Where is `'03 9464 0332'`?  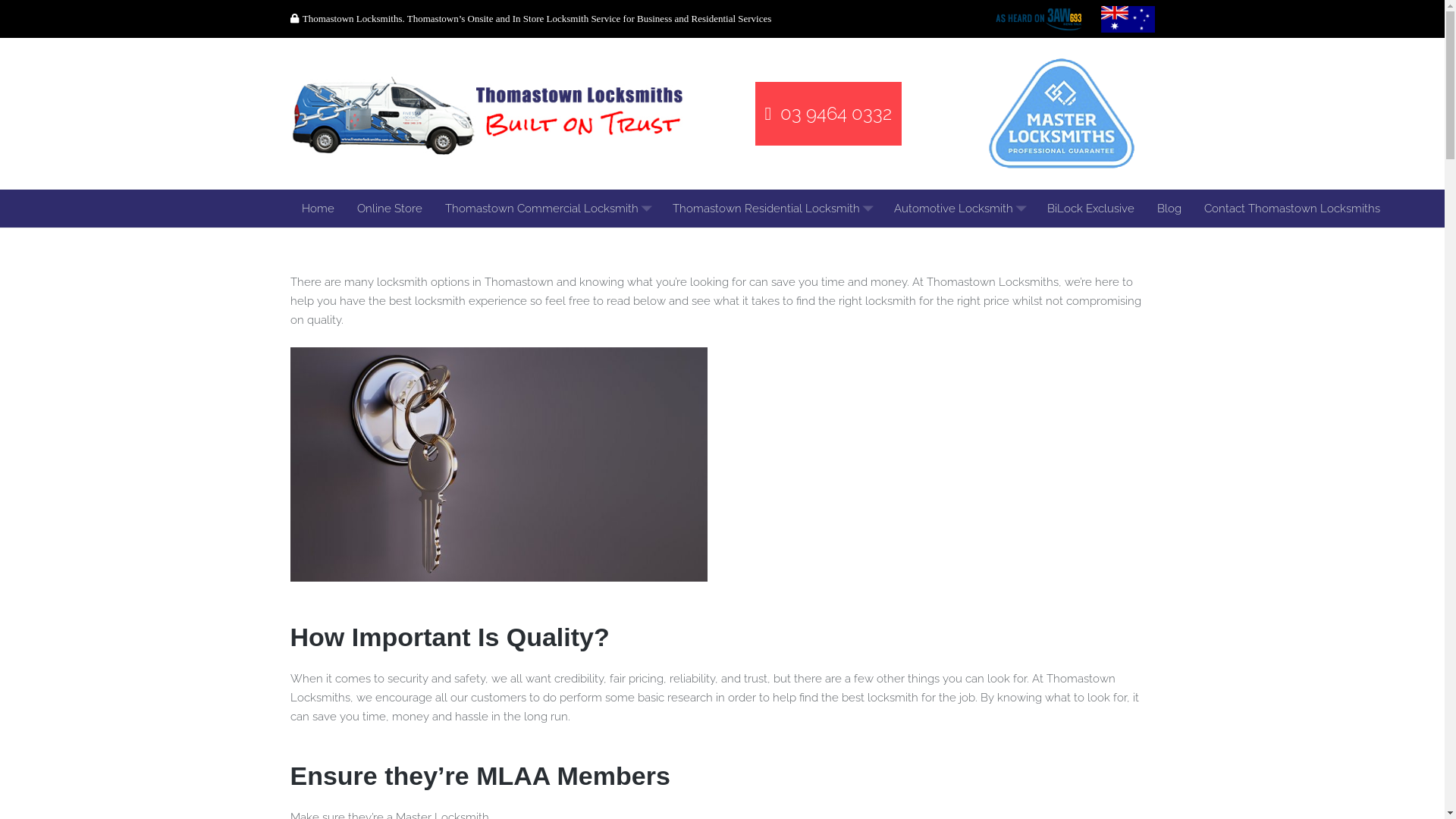
'03 9464 0332' is located at coordinates (755, 113).